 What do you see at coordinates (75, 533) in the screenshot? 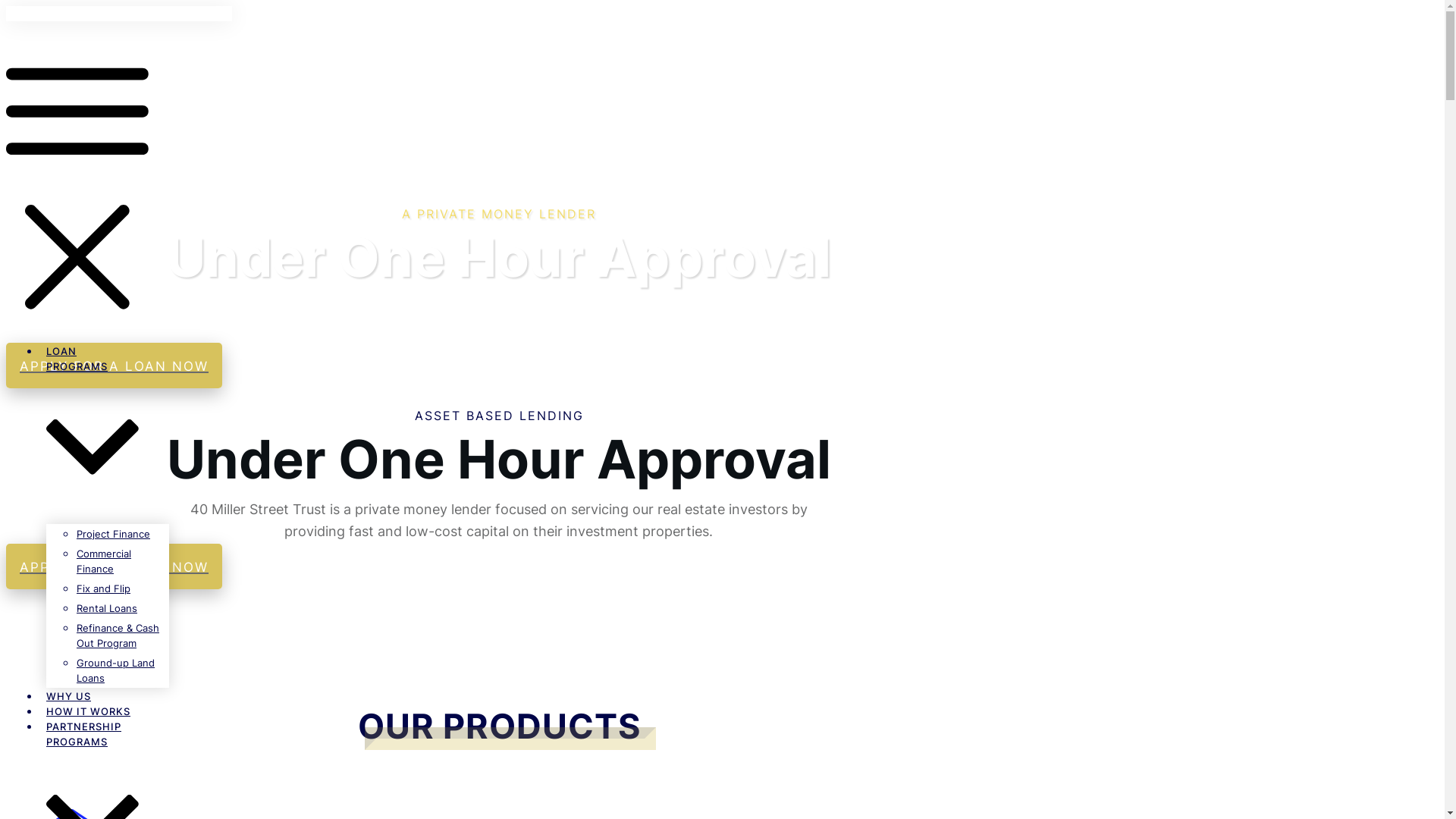
I see `'Project Finance'` at bounding box center [75, 533].